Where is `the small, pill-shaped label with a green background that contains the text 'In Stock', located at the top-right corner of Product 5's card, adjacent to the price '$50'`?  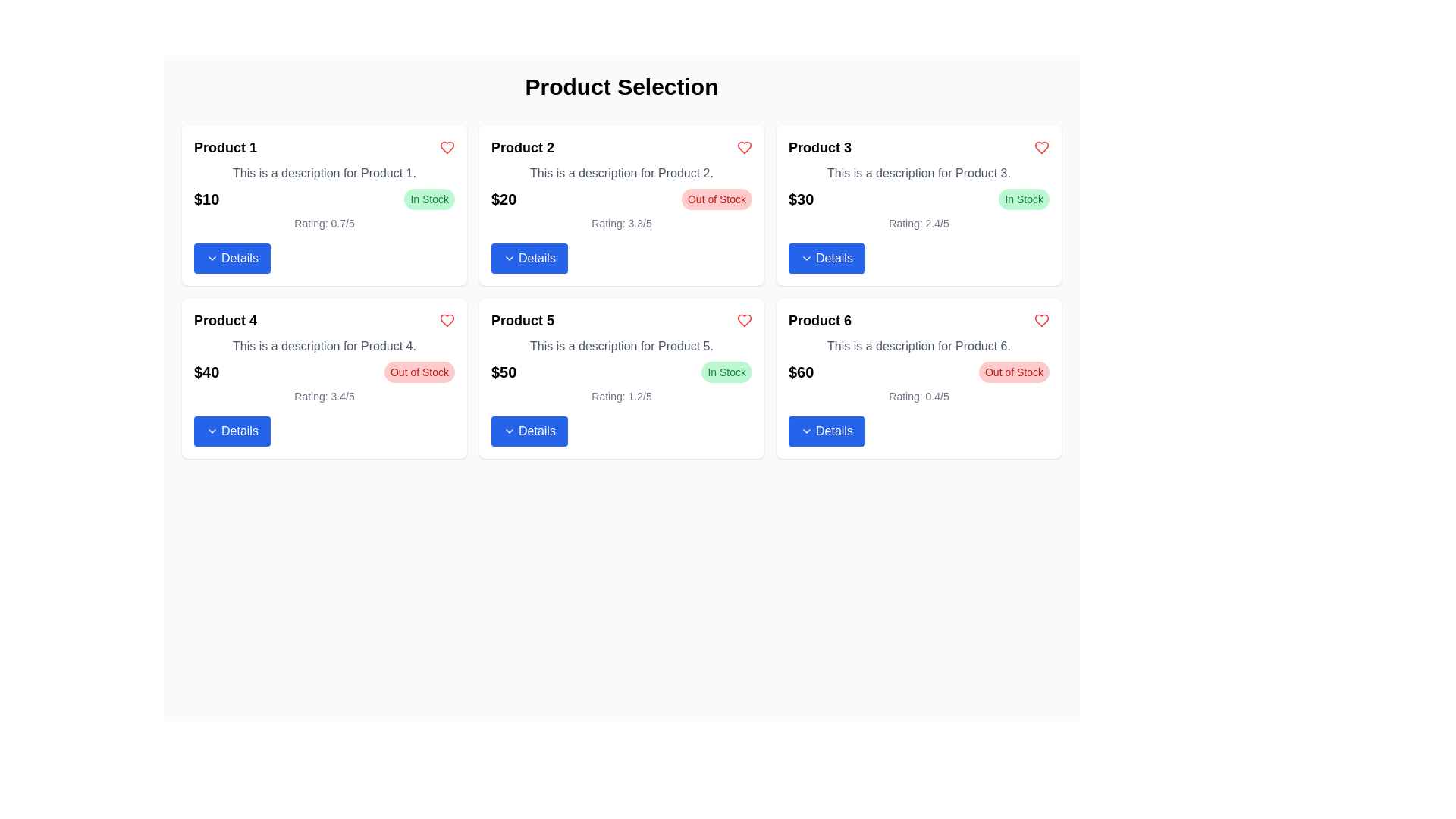
the small, pill-shaped label with a green background that contains the text 'In Stock', located at the top-right corner of Product 5's card, adjacent to the price '$50' is located at coordinates (726, 372).